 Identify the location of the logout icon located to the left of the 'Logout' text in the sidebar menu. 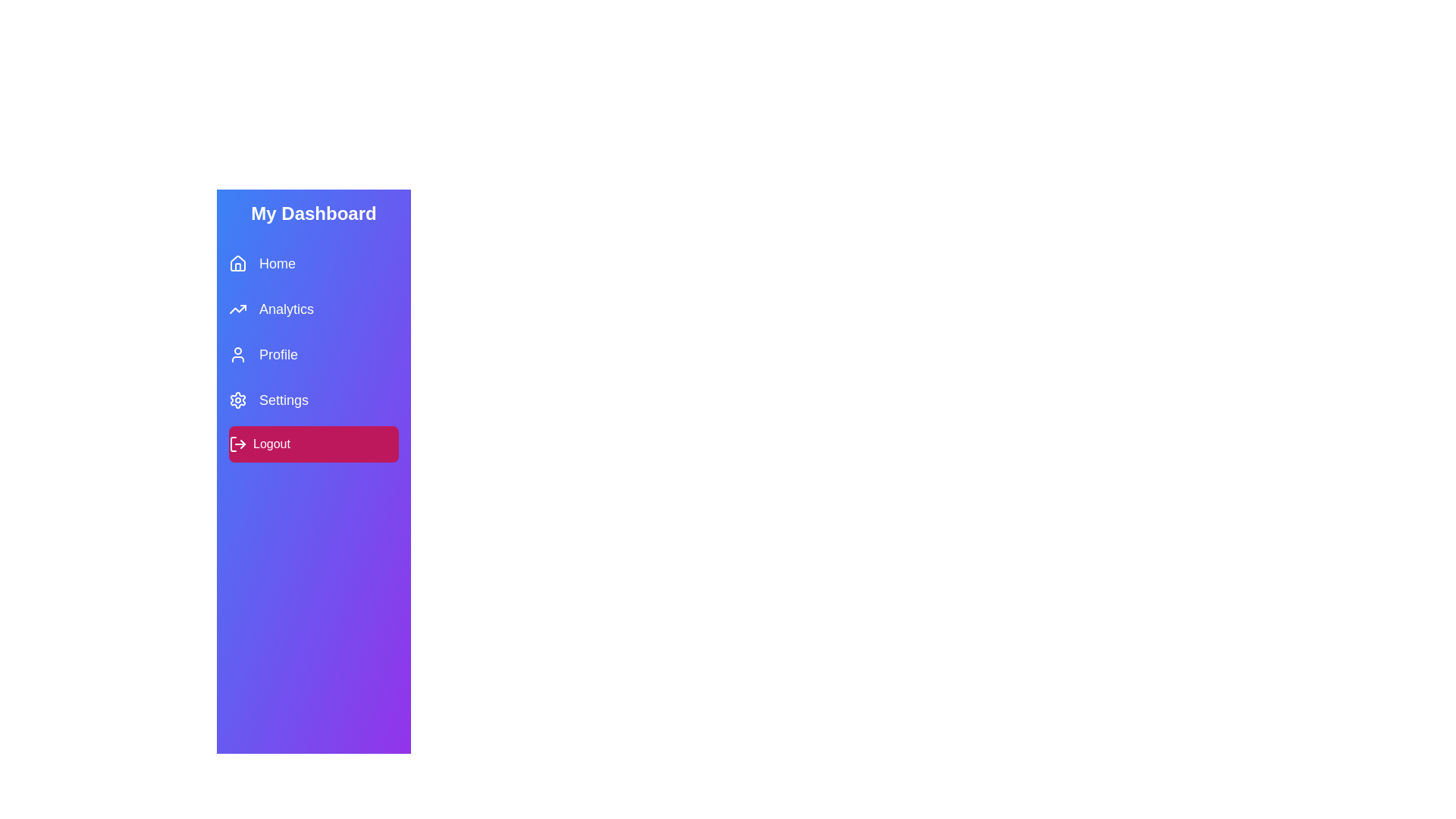
(237, 444).